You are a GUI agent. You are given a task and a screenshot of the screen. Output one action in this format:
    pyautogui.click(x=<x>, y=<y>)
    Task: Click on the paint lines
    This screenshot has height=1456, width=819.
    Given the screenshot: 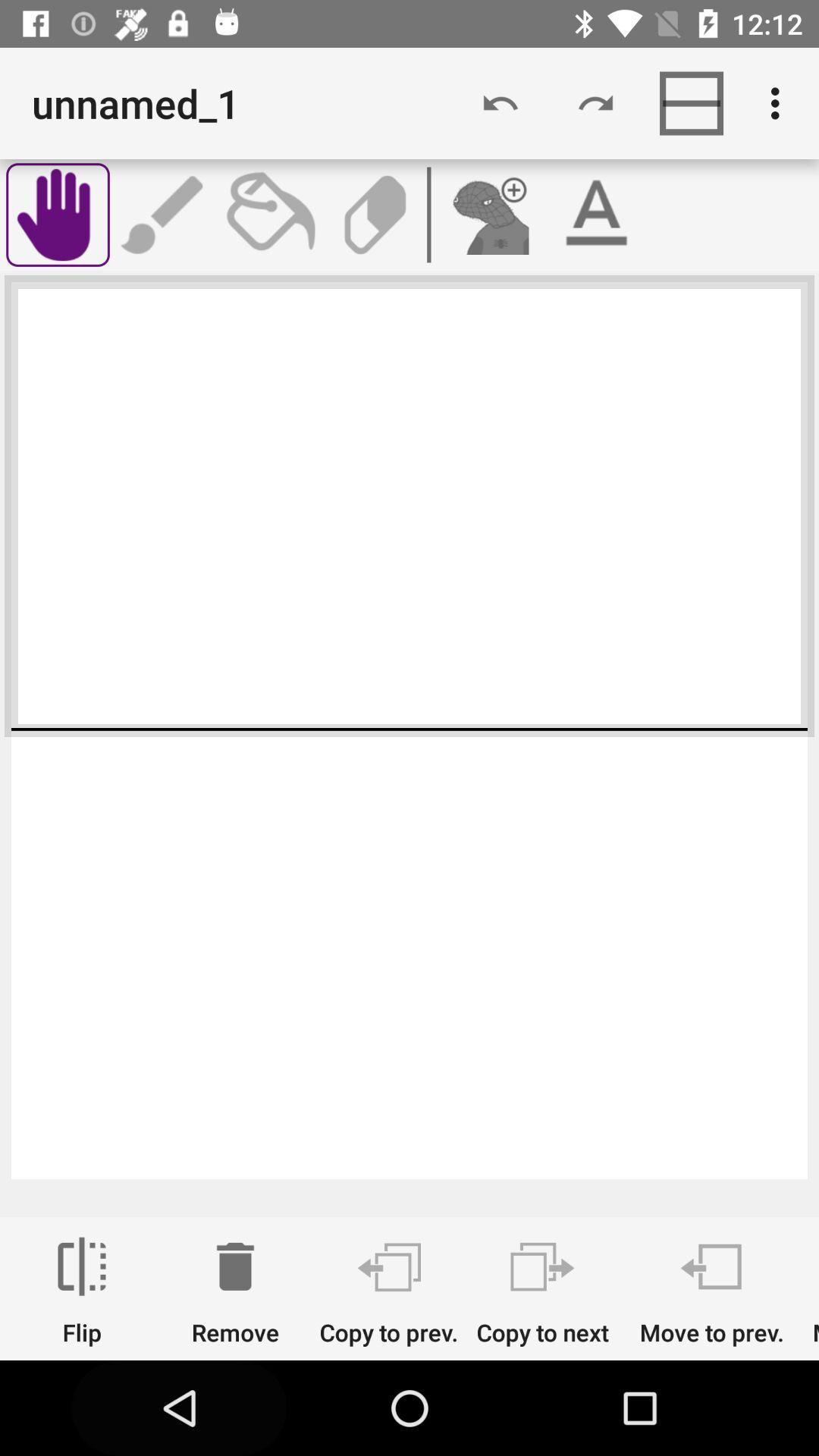 What is the action you would take?
    pyautogui.click(x=164, y=214)
    